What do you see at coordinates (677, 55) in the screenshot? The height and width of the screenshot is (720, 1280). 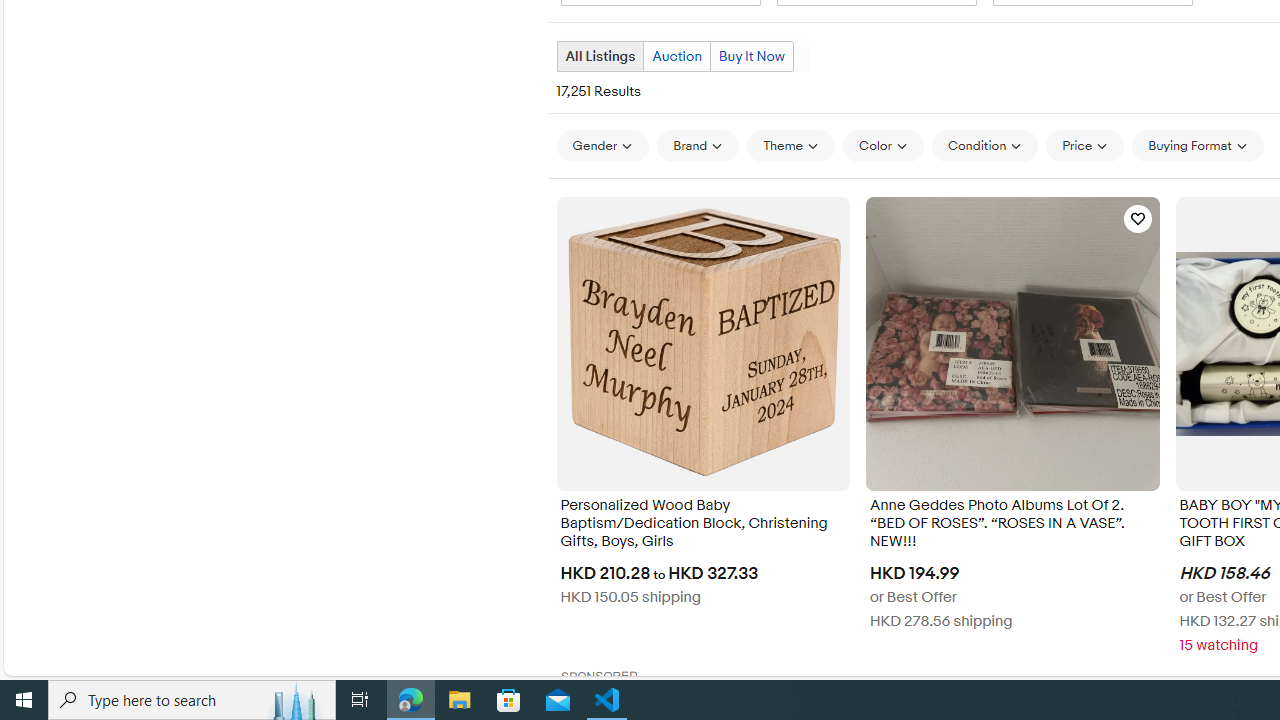 I see `'Auction'` at bounding box center [677, 55].